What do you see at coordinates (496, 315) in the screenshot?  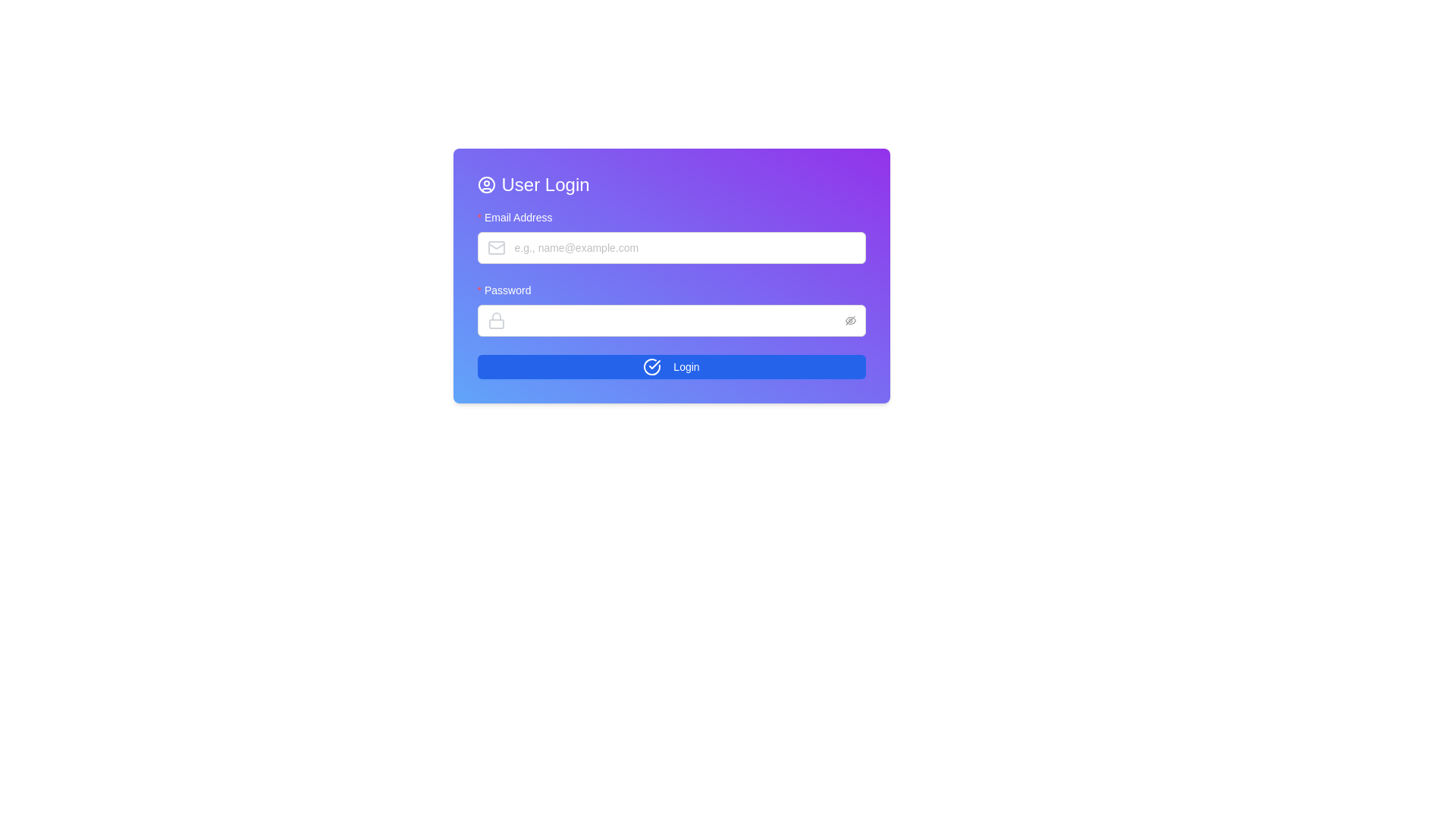 I see `the upper segment of the lock icon representing the lock's shackle, which is part of the SVG icon indicating security and confidentiality` at bounding box center [496, 315].